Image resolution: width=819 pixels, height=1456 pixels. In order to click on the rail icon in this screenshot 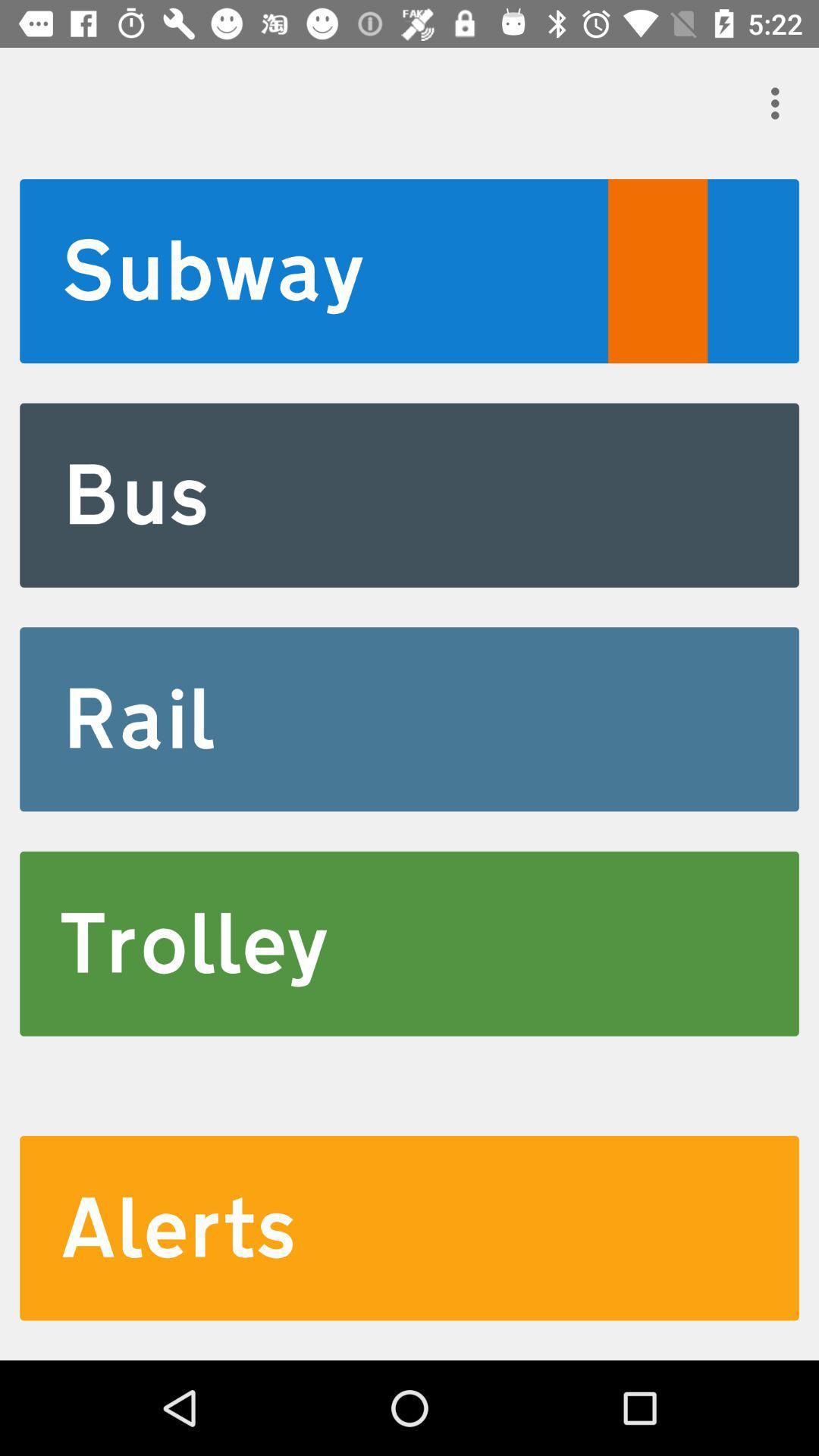, I will do `click(409, 718)`.